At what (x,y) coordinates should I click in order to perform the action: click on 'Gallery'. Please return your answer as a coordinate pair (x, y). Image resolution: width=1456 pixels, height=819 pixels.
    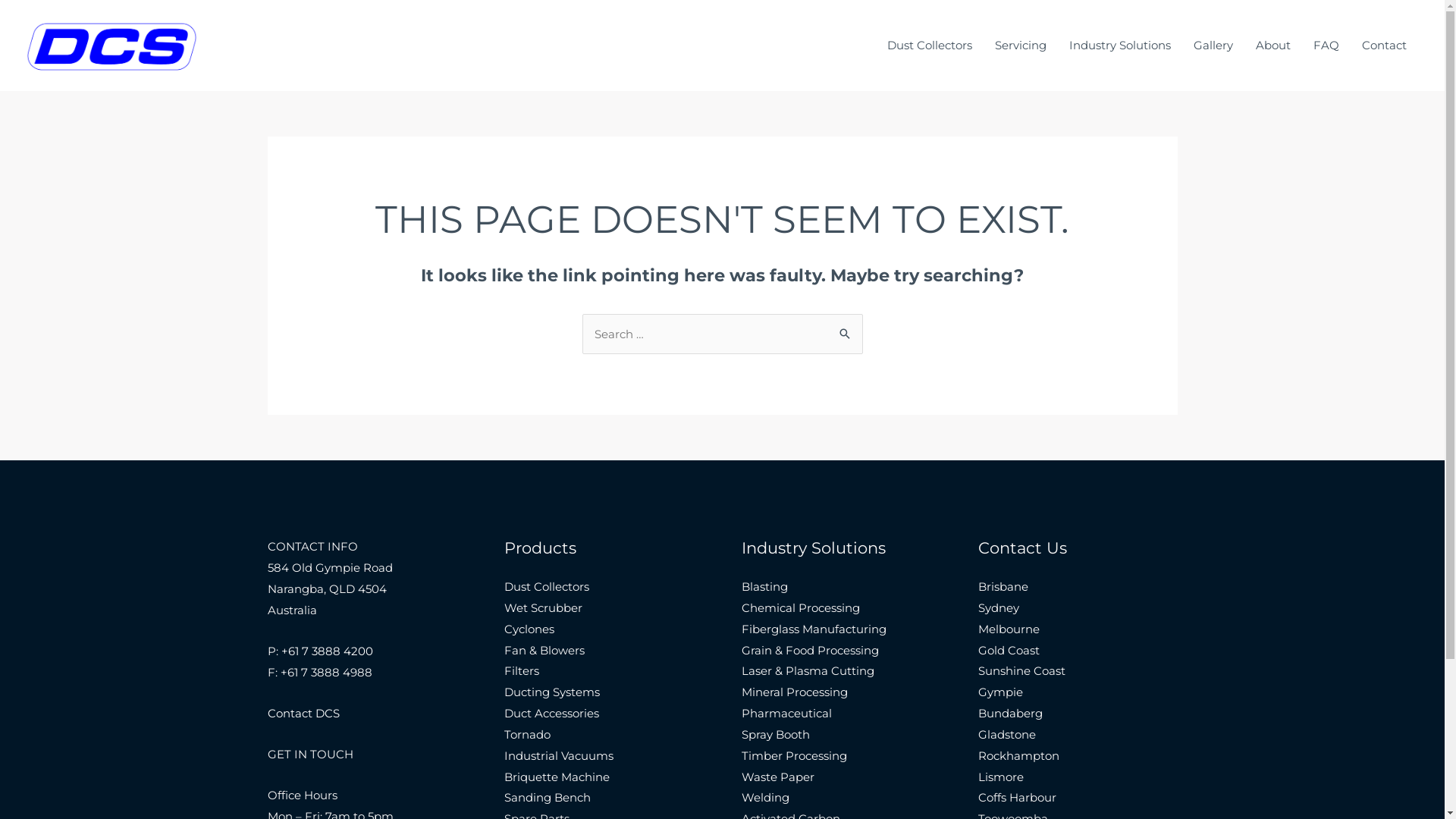
    Looking at the image, I should click on (1212, 45).